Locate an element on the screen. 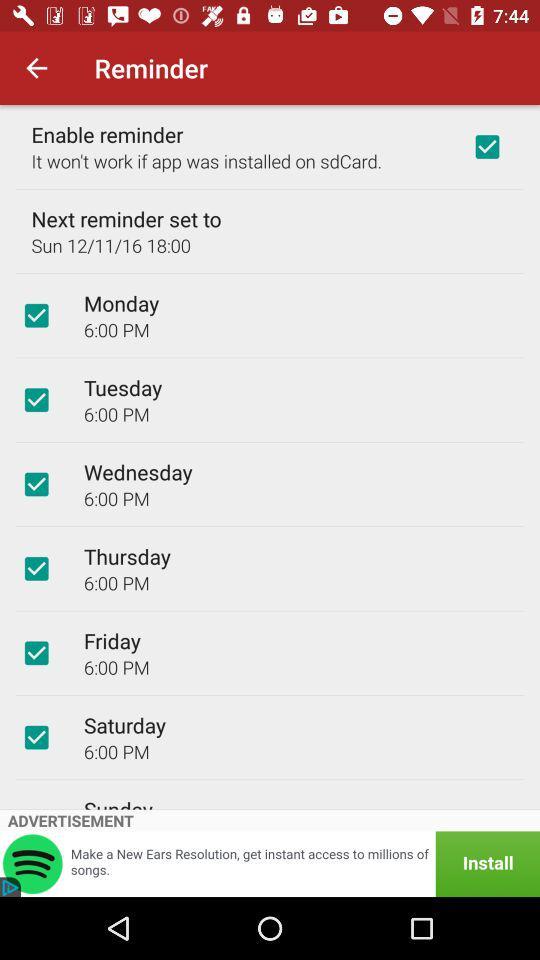 This screenshot has width=540, height=960. item next to the thursday icon is located at coordinates (36, 568).